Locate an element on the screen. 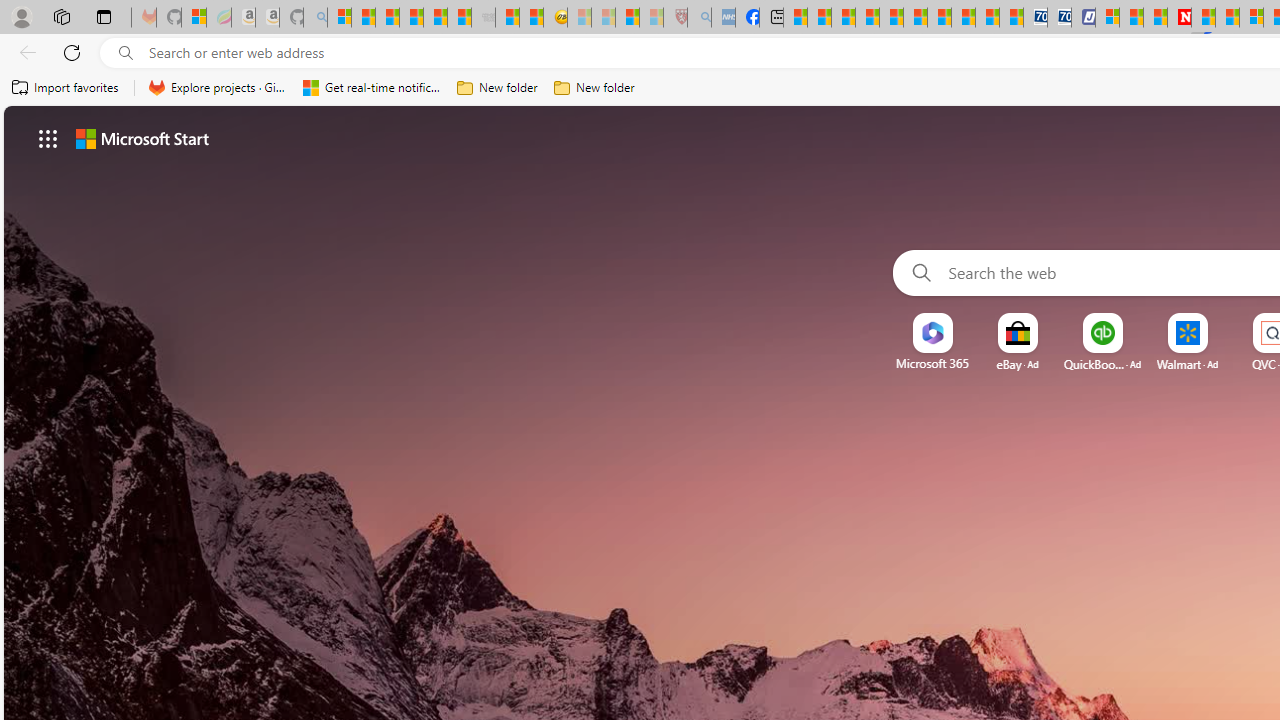 This screenshot has width=1280, height=720. 'Science - MSN' is located at coordinates (626, 17).